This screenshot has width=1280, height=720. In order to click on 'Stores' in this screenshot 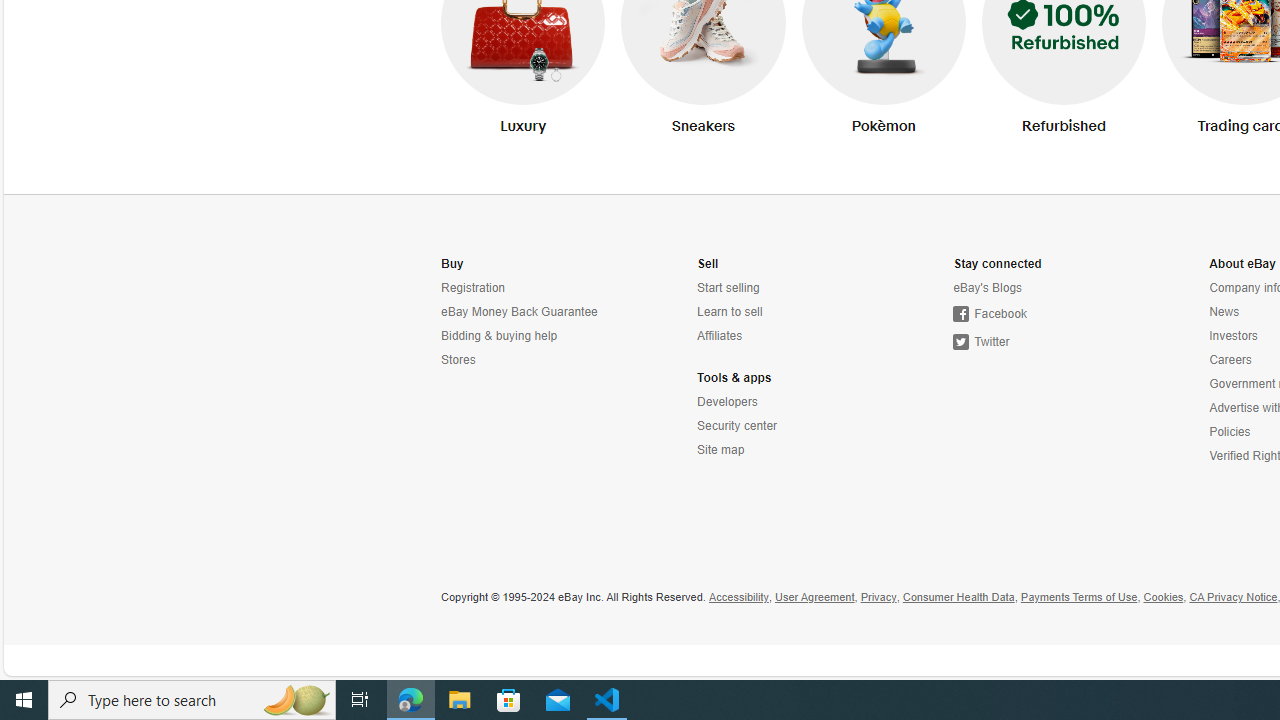, I will do `click(457, 360)`.